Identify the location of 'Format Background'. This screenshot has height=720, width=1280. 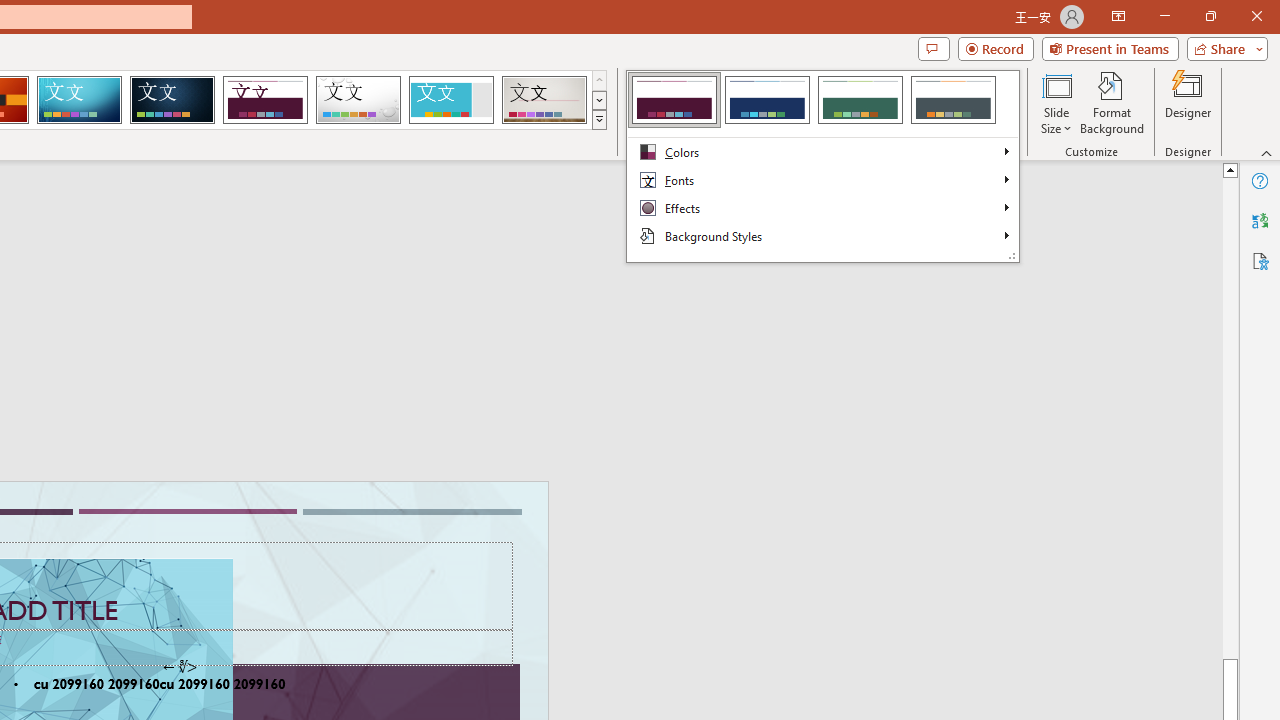
(1111, 103).